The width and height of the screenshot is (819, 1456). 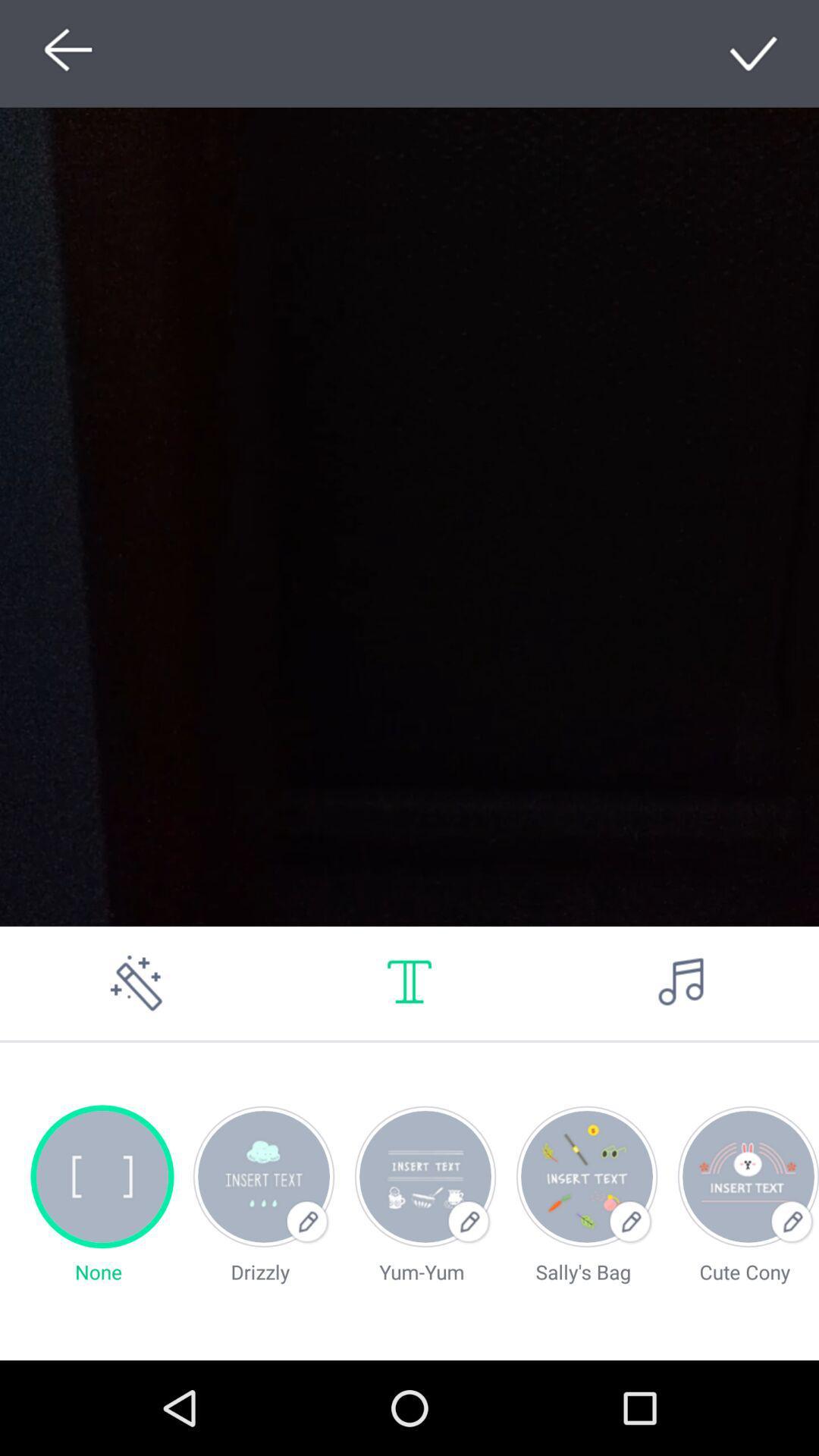 I want to click on sound button, so click(x=681, y=983).